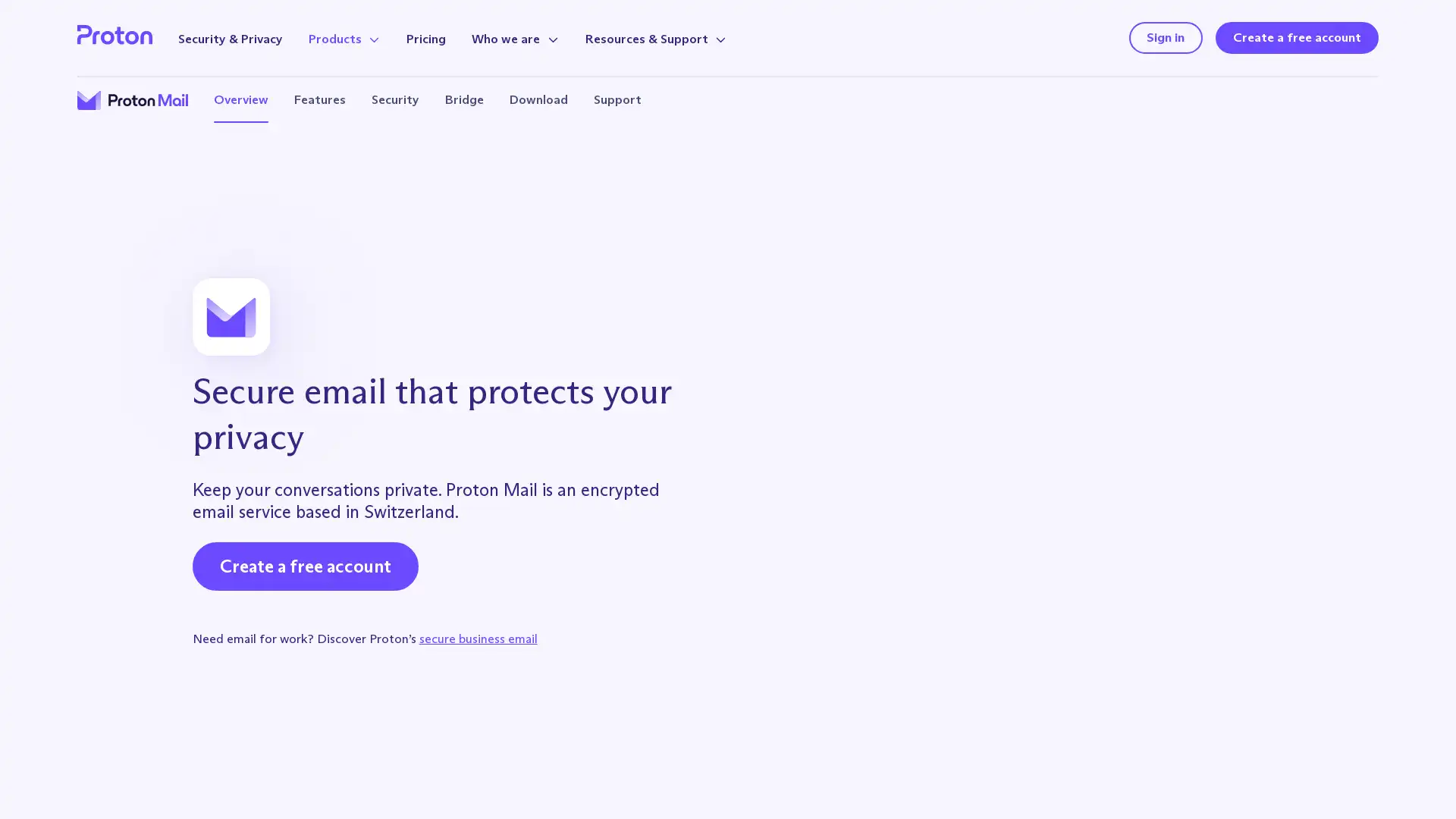 This screenshot has width=1456, height=819. I want to click on Resources & Support, so click(655, 38).